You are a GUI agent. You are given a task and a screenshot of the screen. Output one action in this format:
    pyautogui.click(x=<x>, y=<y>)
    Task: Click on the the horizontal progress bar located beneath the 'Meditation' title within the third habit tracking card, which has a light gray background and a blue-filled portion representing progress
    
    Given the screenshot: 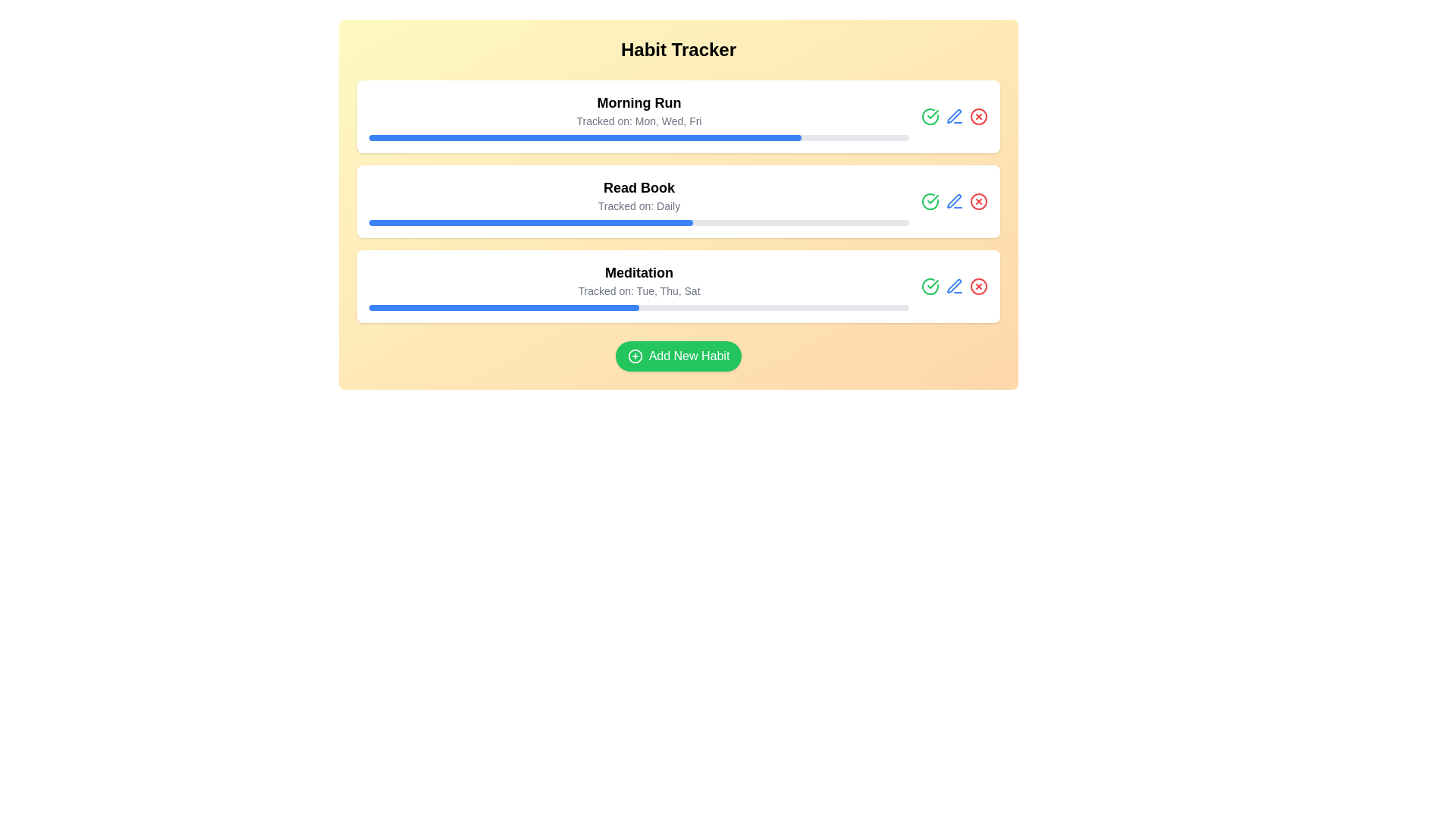 What is the action you would take?
    pyautogui.click(x=639, y=307)
    